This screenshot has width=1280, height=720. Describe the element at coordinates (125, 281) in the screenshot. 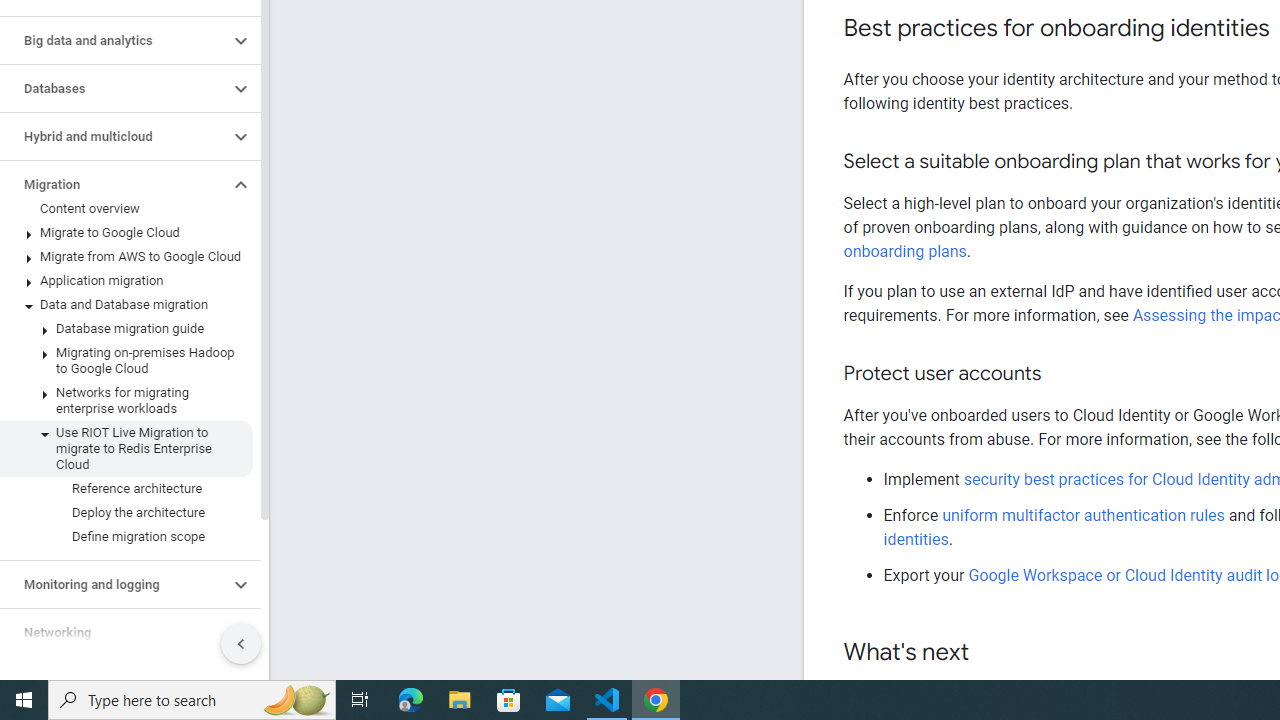

I see `'Application migration'` at that location.